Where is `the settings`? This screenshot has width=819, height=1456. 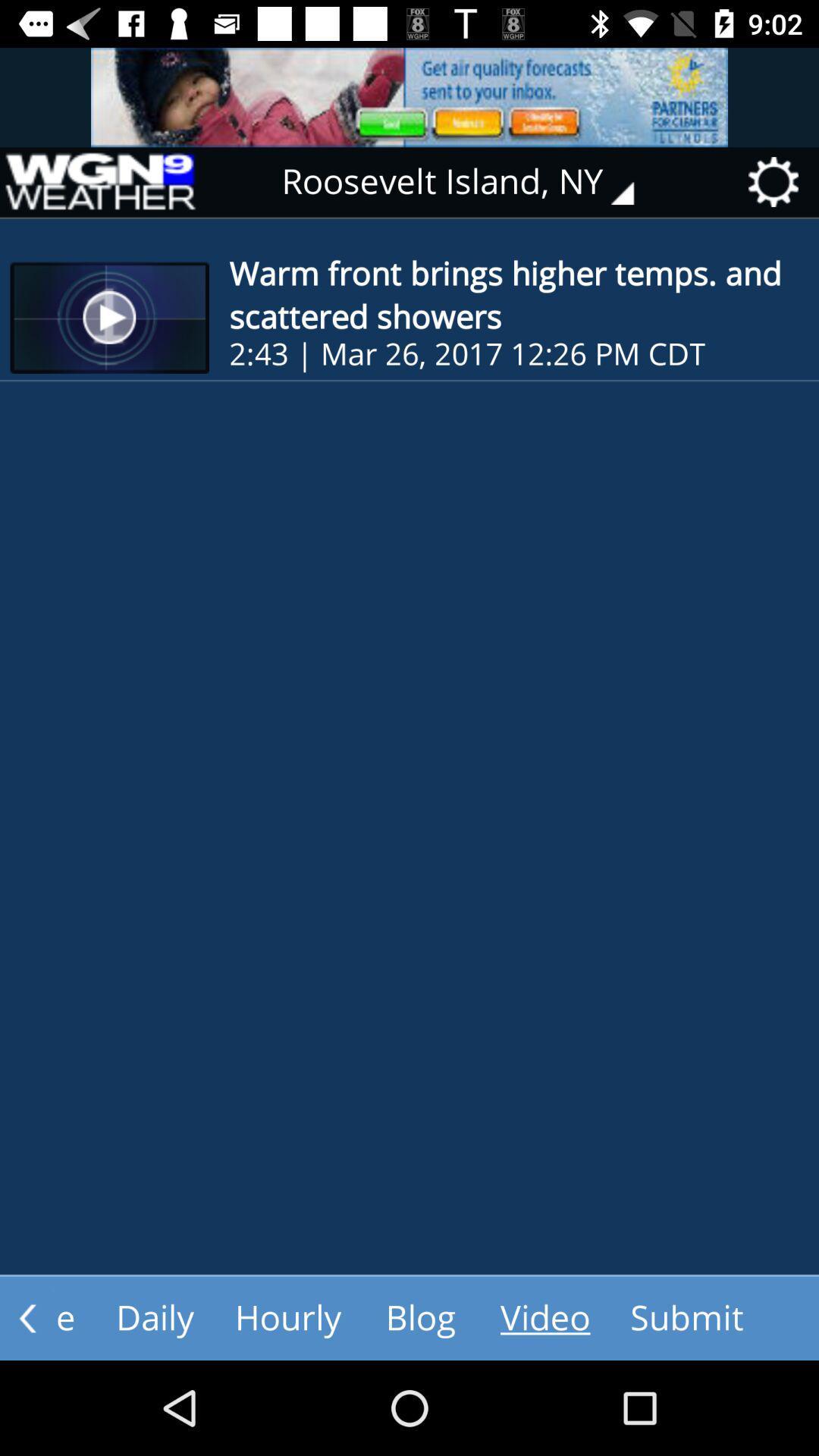
the settings is located at coordinates (778, 182).